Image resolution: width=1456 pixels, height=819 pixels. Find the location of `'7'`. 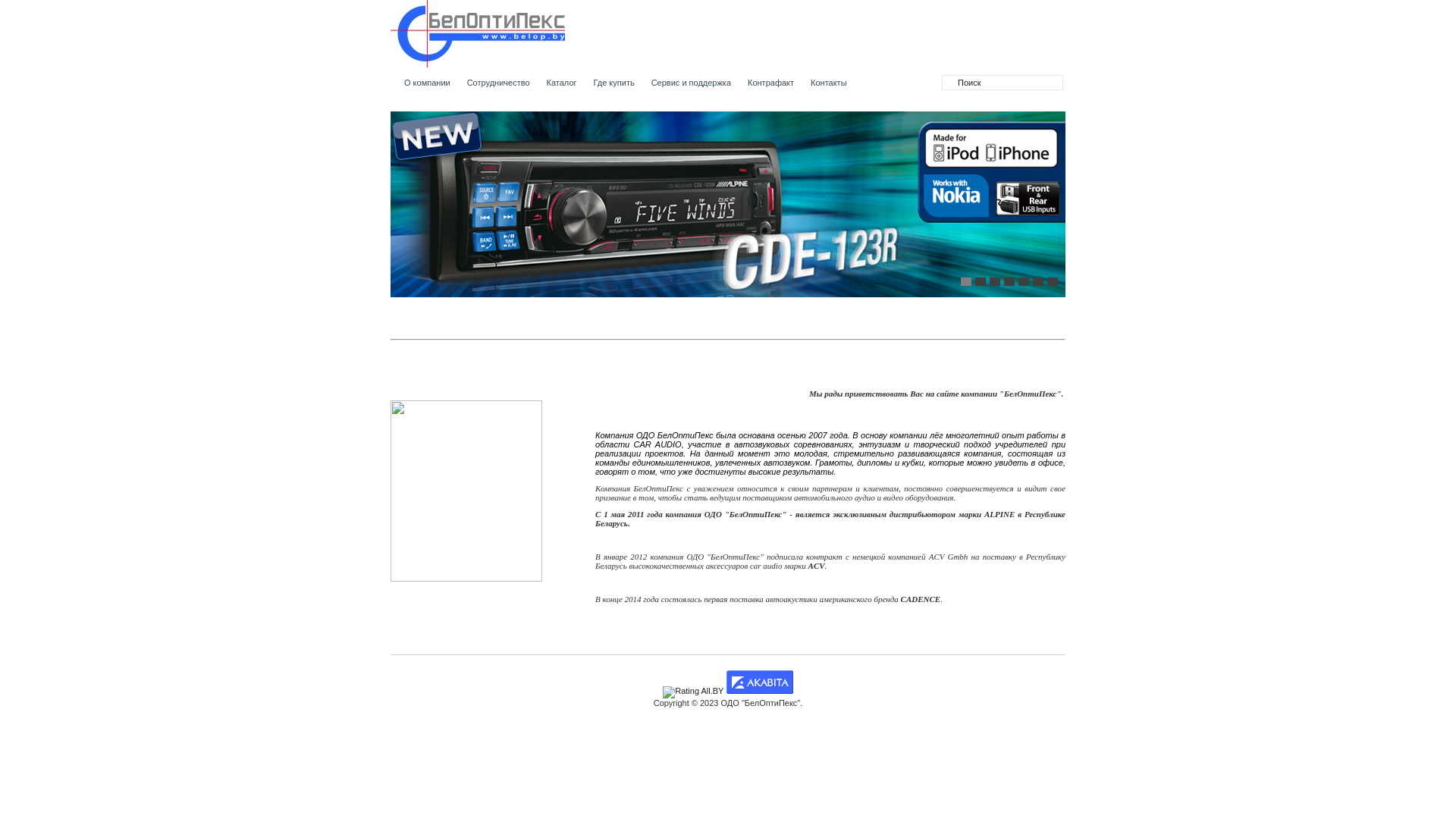

'7' is located at coordinates (1046, 281).